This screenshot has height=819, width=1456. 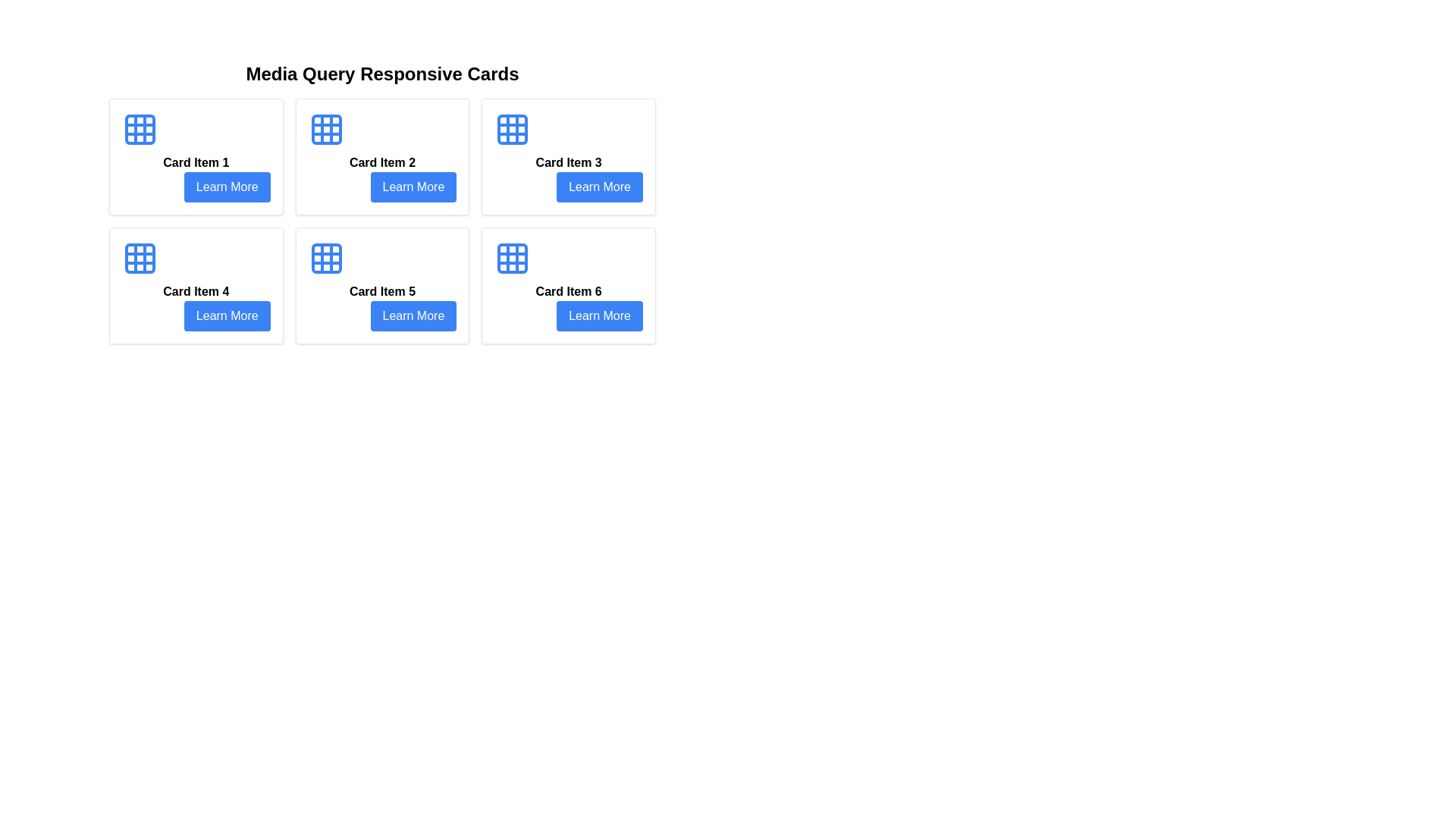 I want to click on the blue button labeled 'Learn More' at the bottom of 'Card Item 6' to activate its hover effect, so click(x=599, y=315).